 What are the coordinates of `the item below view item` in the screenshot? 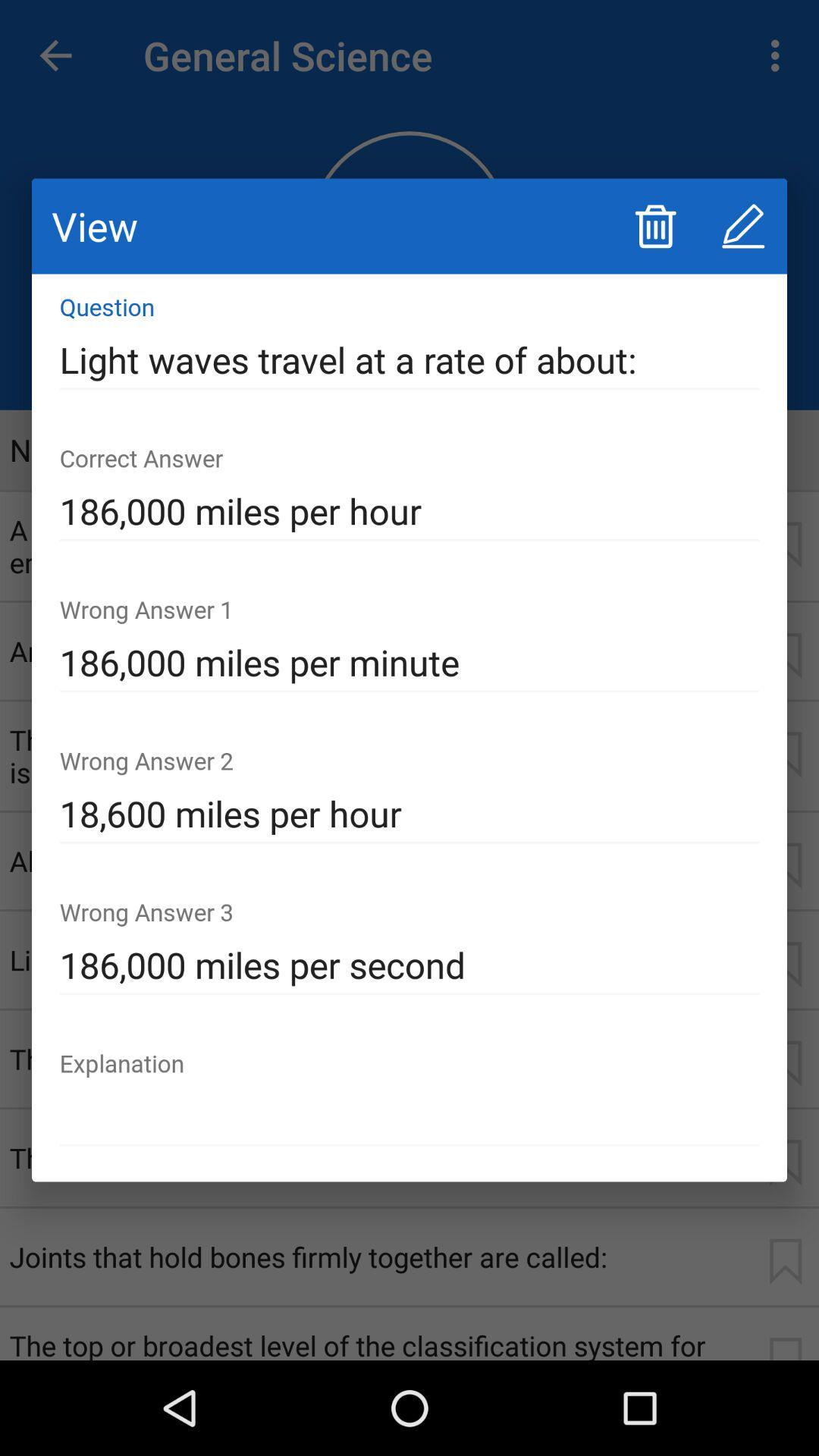 It's located at (409, 359).